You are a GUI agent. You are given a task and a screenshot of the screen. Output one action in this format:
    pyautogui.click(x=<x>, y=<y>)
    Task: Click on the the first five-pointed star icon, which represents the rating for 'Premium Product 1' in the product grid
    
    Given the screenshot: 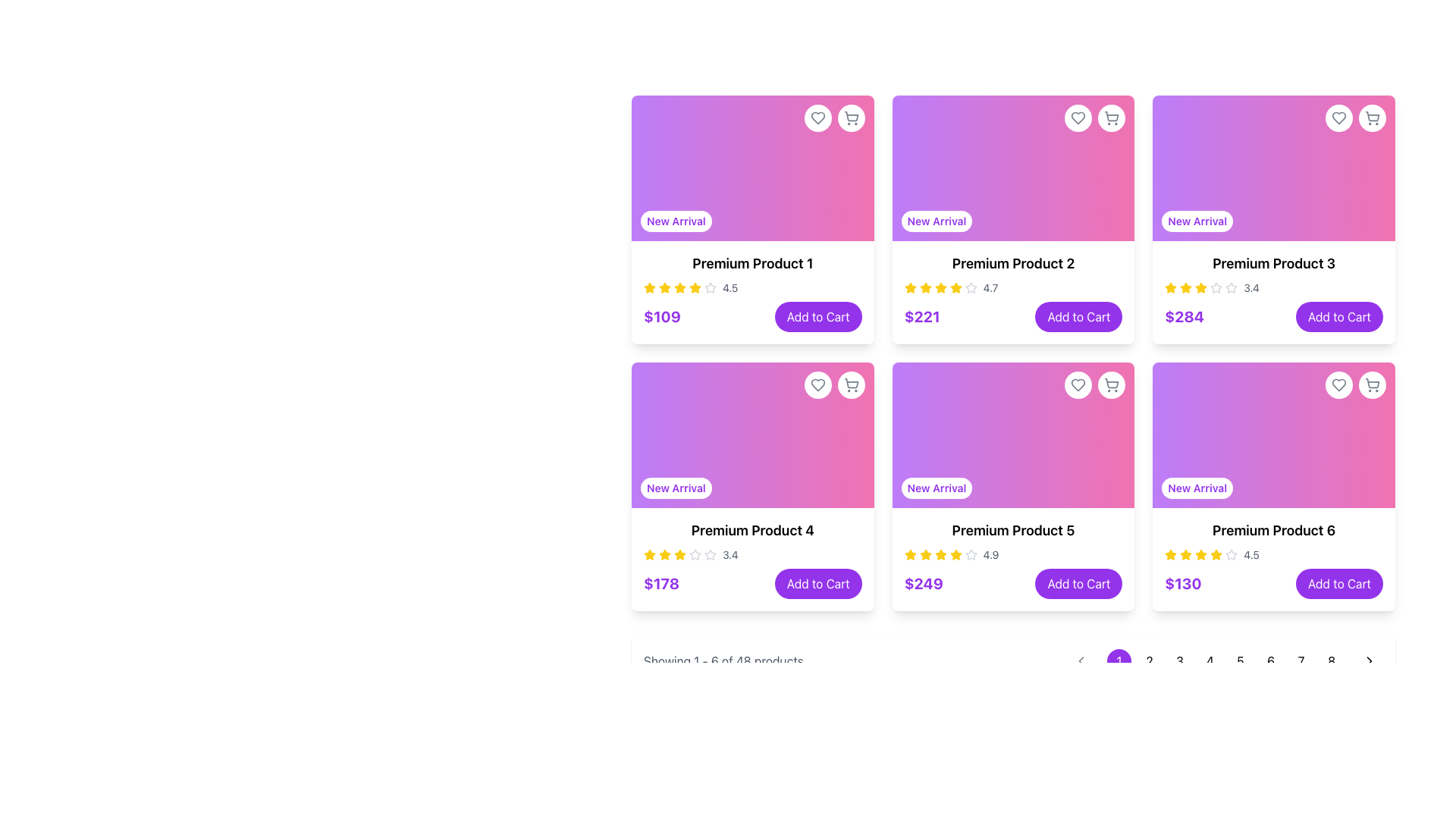 What is the action you would take?
    pyautogui.click(x=665, y=287)
    